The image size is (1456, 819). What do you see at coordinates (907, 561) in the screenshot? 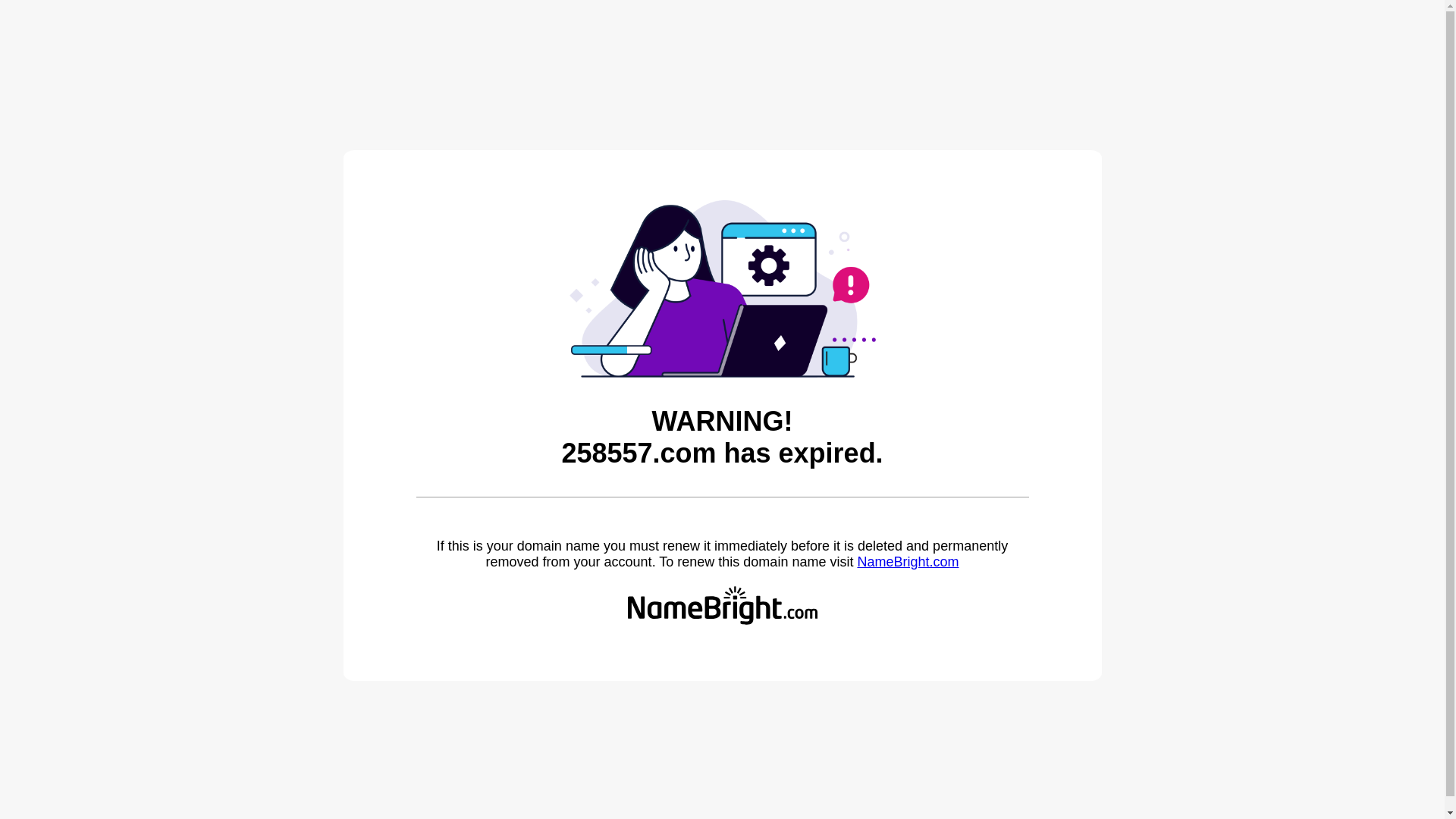
I see `'NameBright.com'` at bounding box center [907, 561].